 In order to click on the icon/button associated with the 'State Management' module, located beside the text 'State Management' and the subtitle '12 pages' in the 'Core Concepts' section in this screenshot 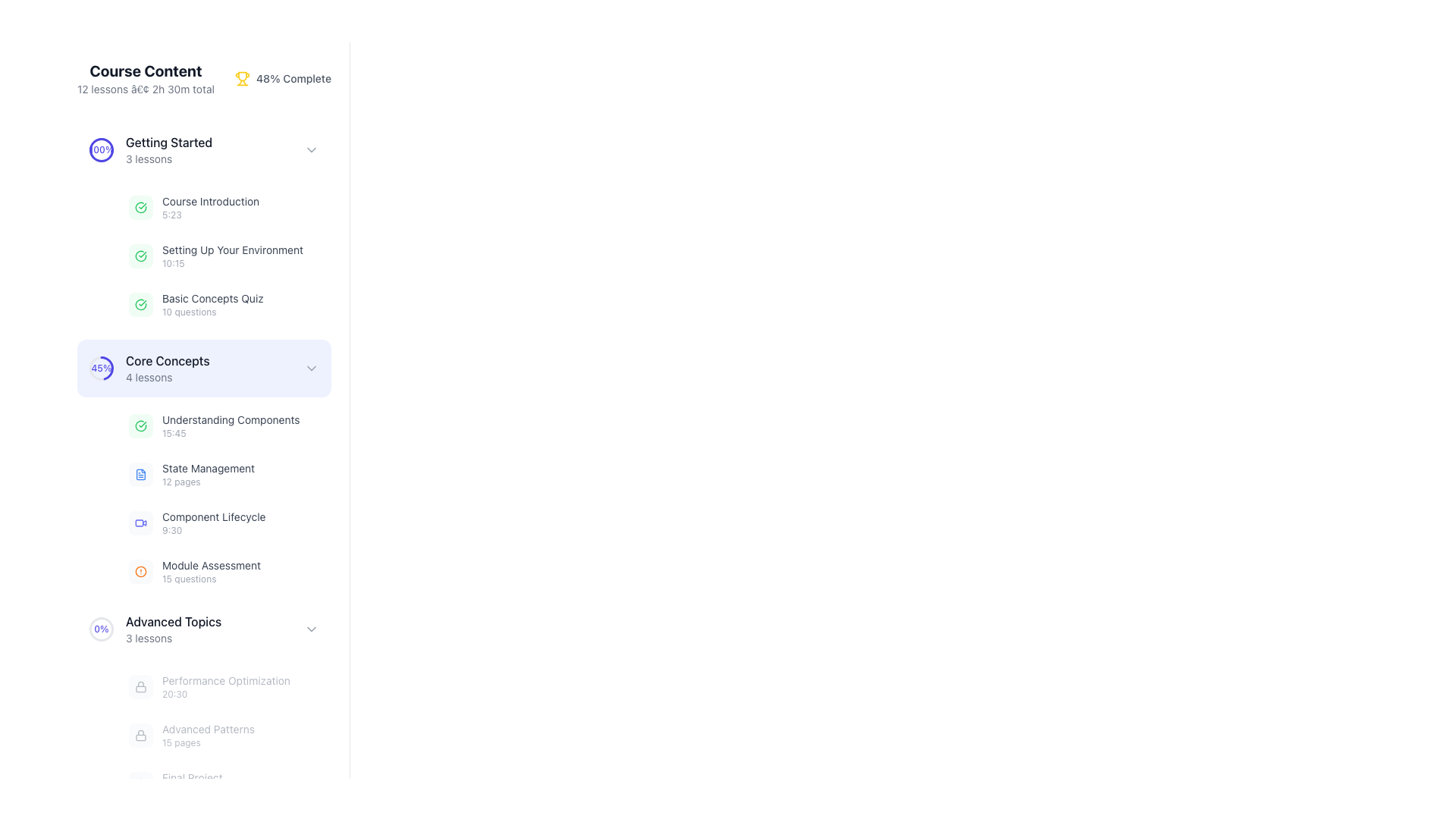, I will do `click(141, 473)`.